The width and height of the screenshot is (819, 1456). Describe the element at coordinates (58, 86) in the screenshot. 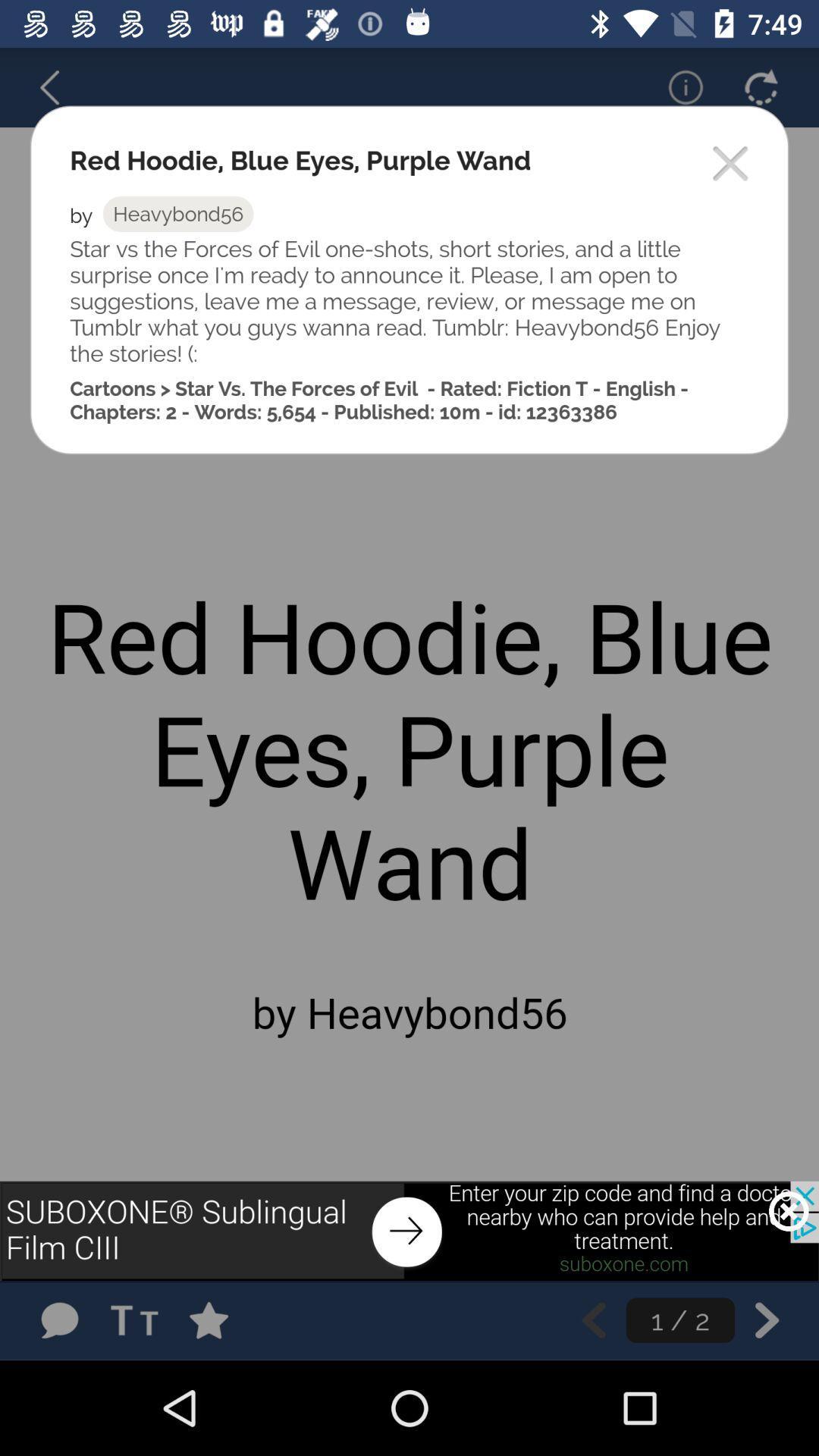

I see `the arrow_backward icon` at that location.